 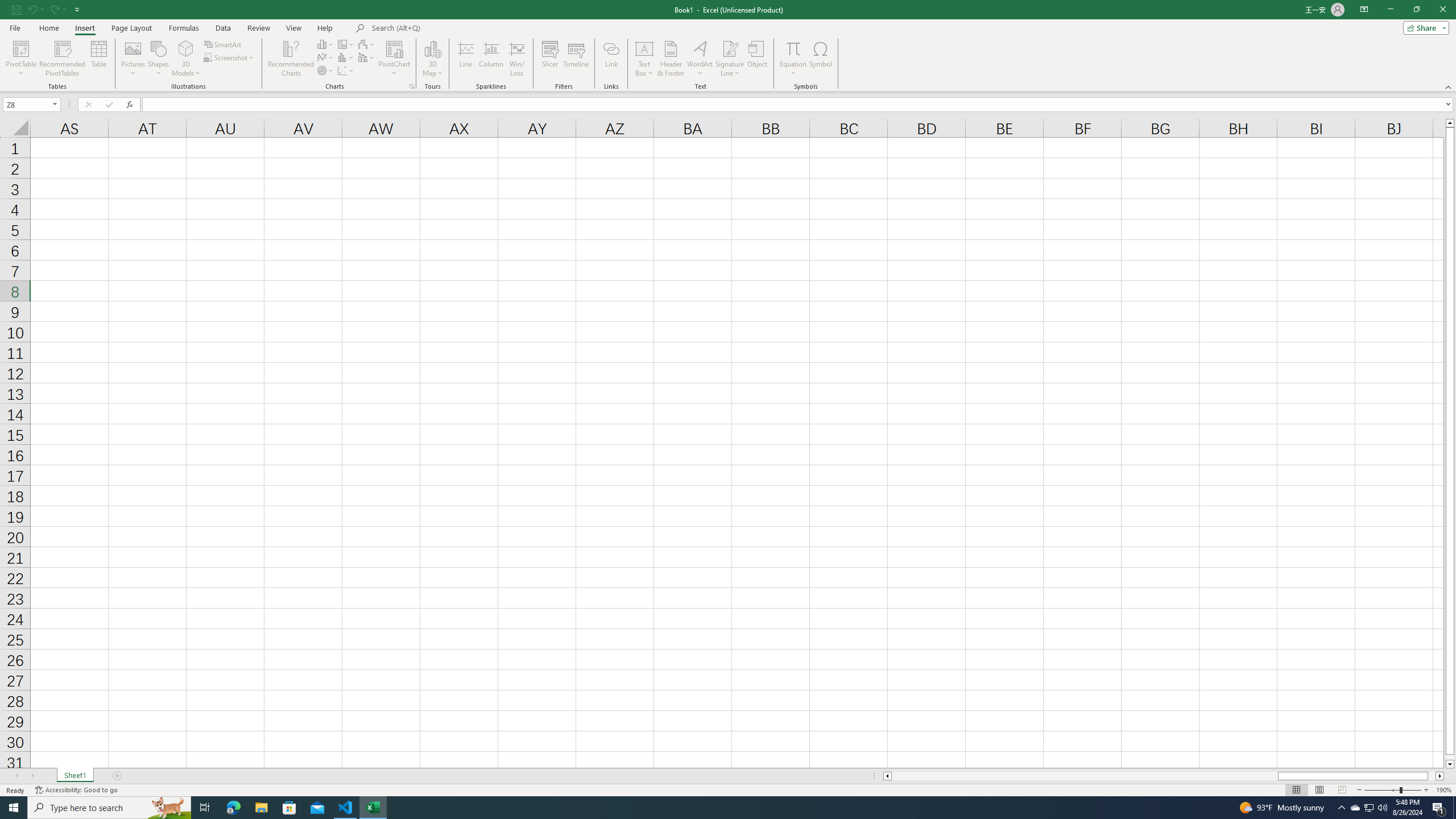 I want to click on 'Zoom Out', so click(x=1381, y=790).